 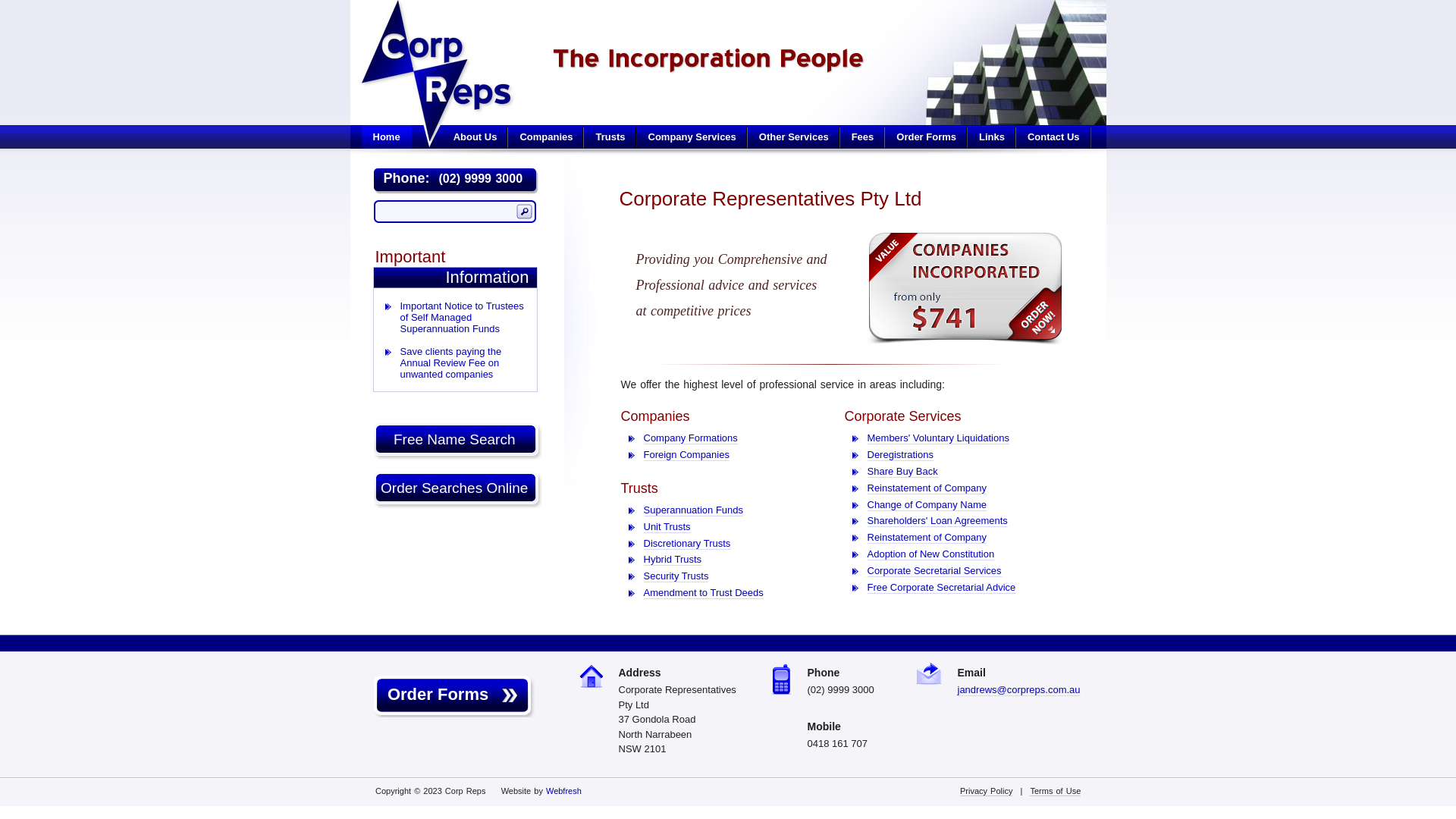 I want to click on 'About Us', so click(x=441, y=136).